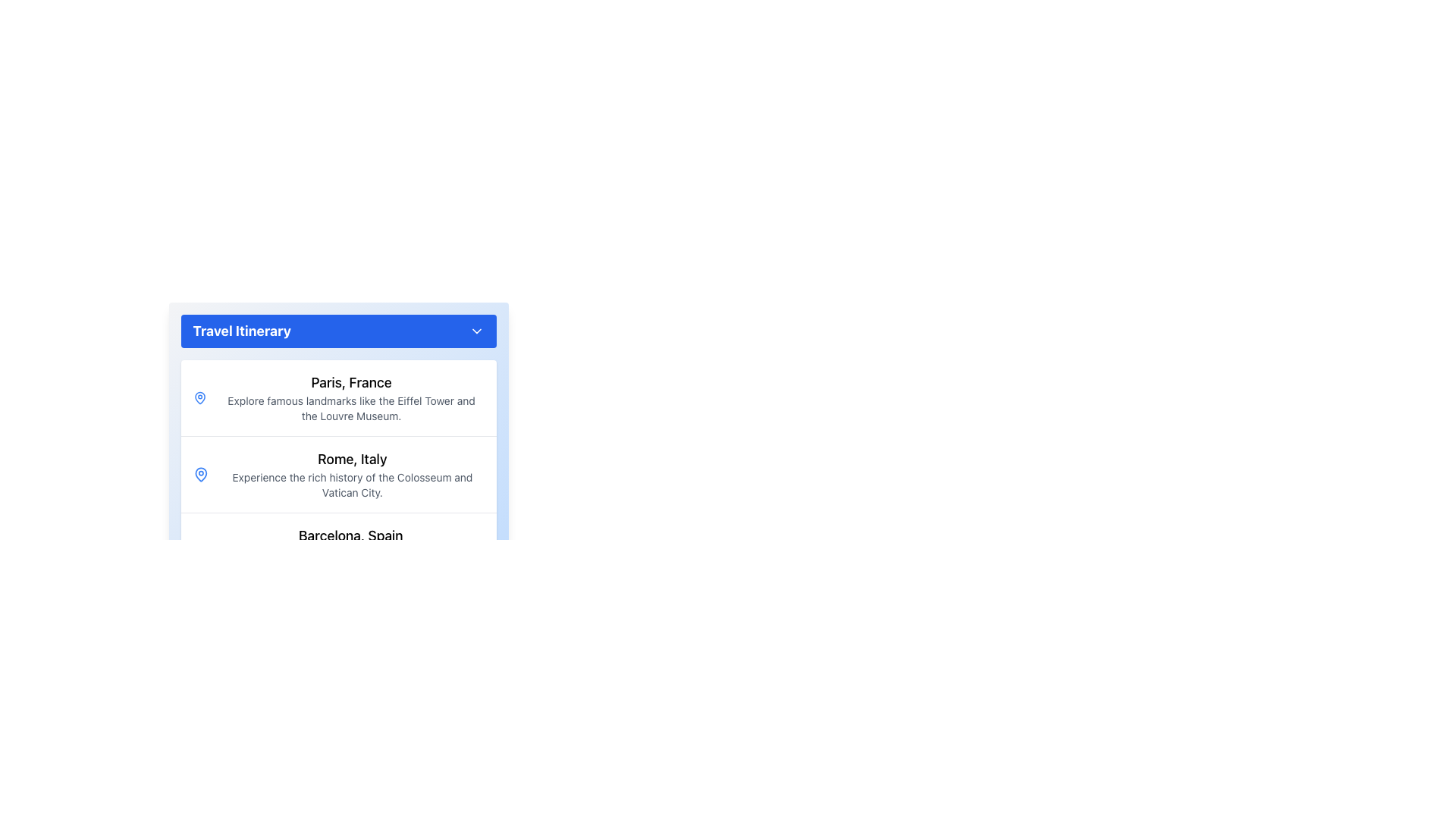 The width and height of the screenshot is (1456, 819). Describe the element at coordinates (337, 451) in the screenshot. I see `the itinerary section describing 'Rome, Italy'` at that location.